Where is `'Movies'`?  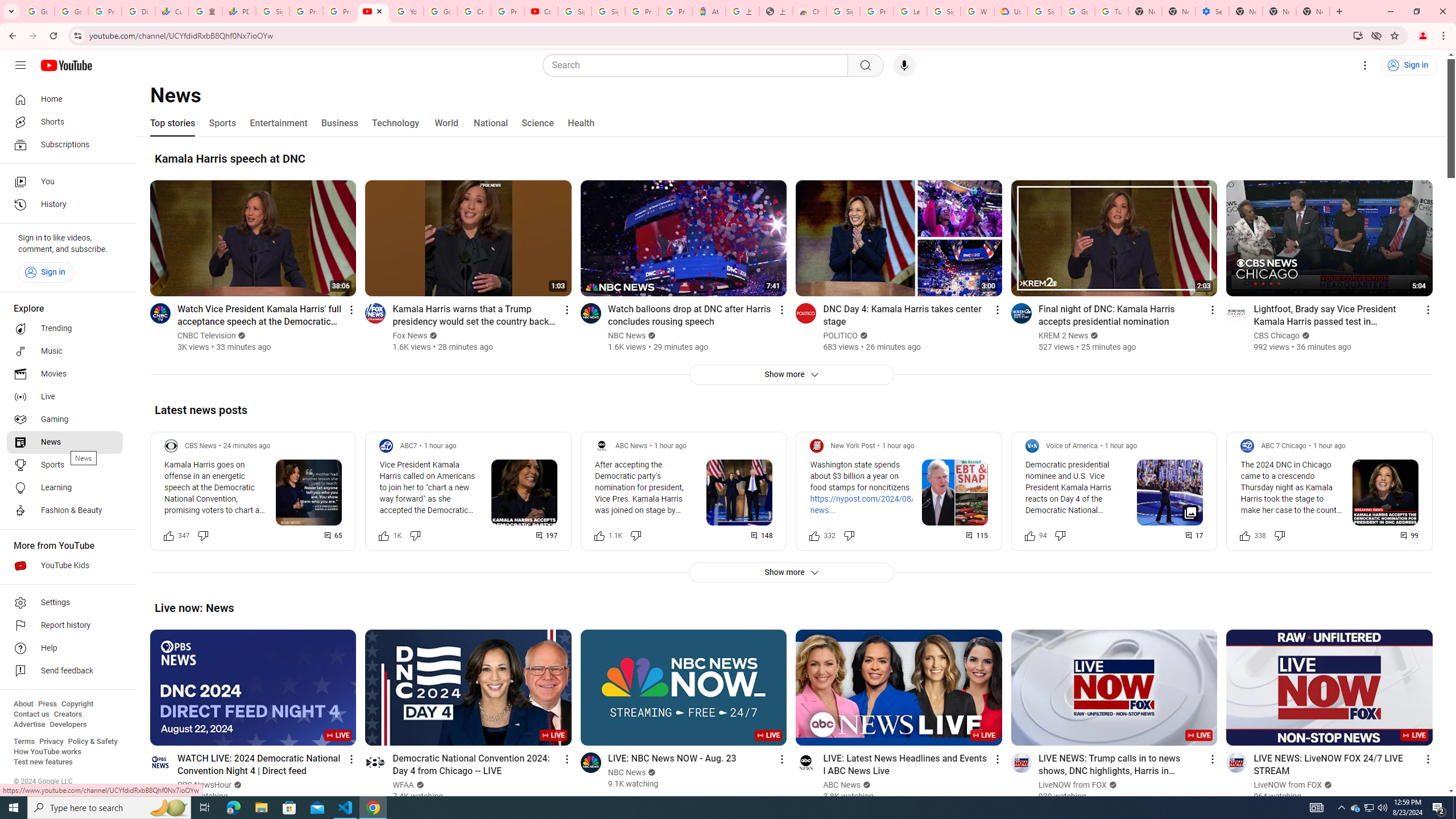
'Movies' is located at coordinates (64, 374).